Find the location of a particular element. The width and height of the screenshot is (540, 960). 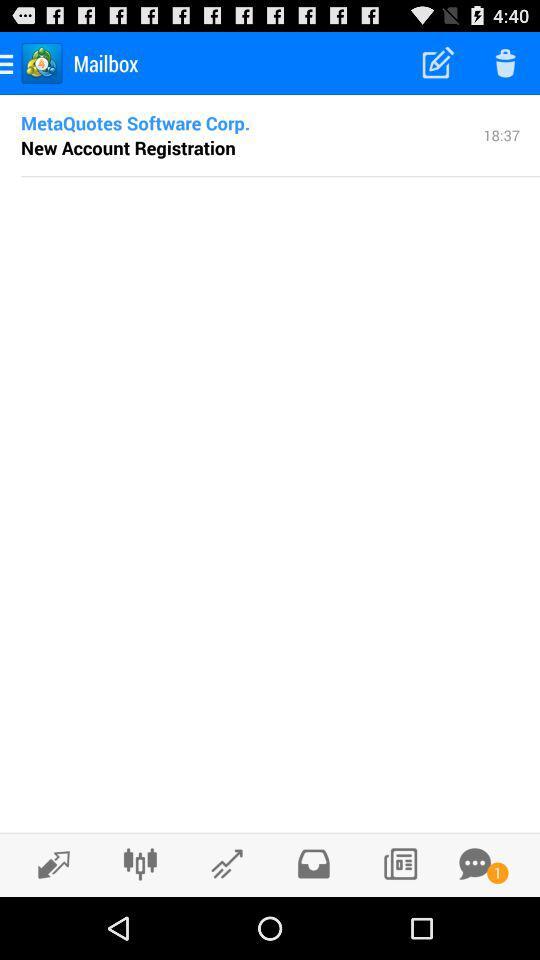

realtime quotes is located at coordinates (48, 863).